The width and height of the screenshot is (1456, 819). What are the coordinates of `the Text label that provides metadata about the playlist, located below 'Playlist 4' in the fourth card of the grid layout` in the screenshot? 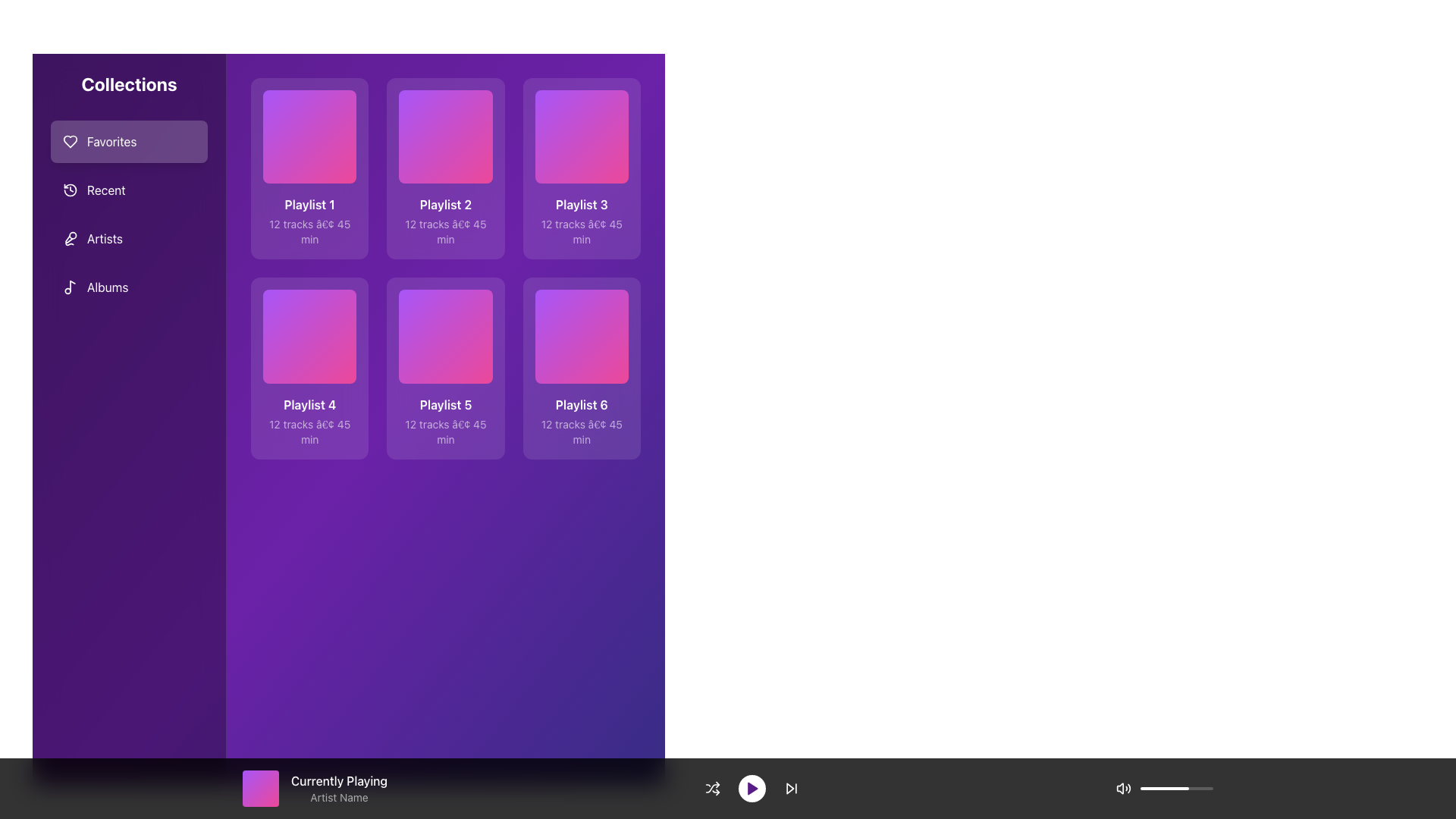 It's located at (309, 431).